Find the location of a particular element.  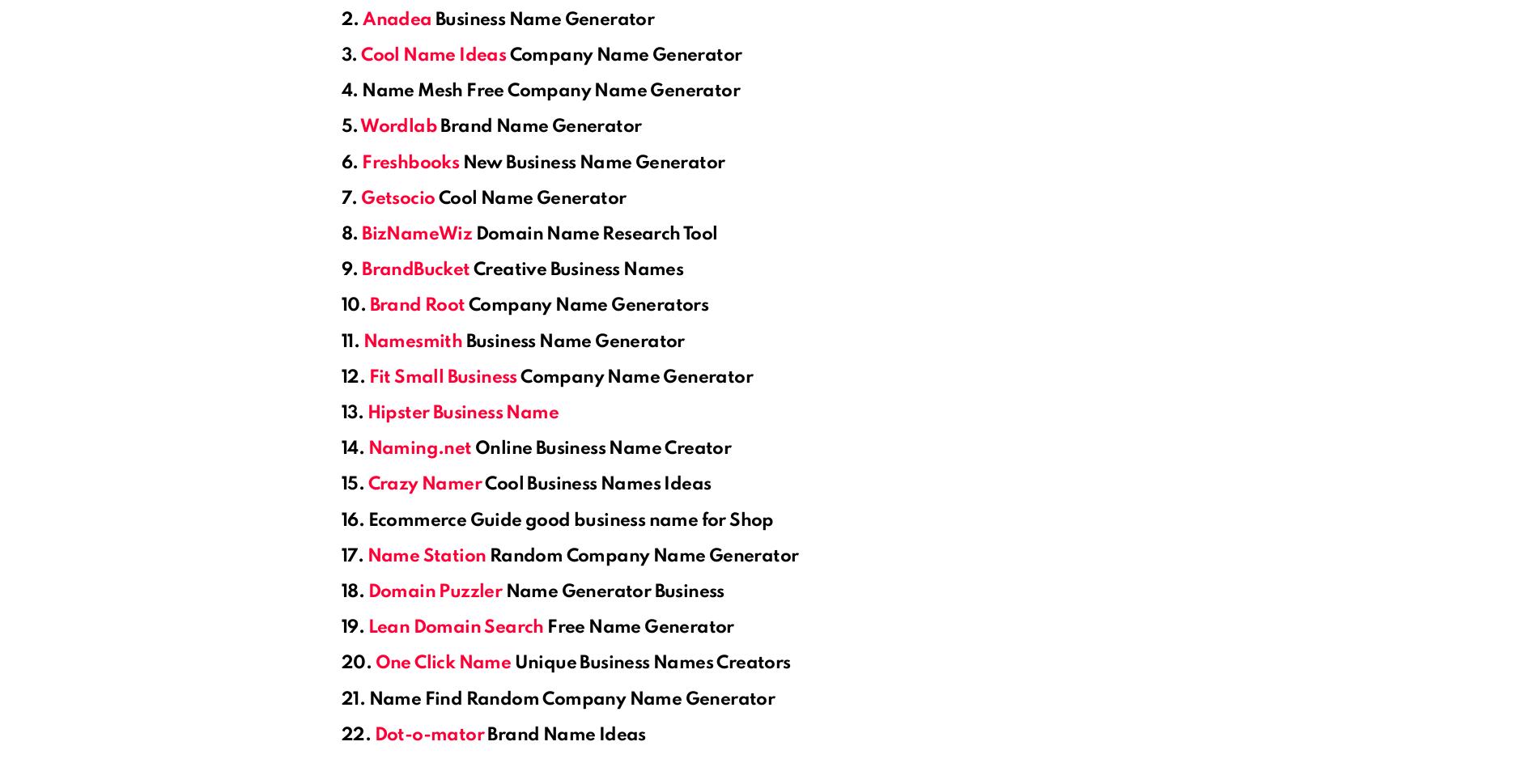

'21.' is located at coordinates (354, 697).